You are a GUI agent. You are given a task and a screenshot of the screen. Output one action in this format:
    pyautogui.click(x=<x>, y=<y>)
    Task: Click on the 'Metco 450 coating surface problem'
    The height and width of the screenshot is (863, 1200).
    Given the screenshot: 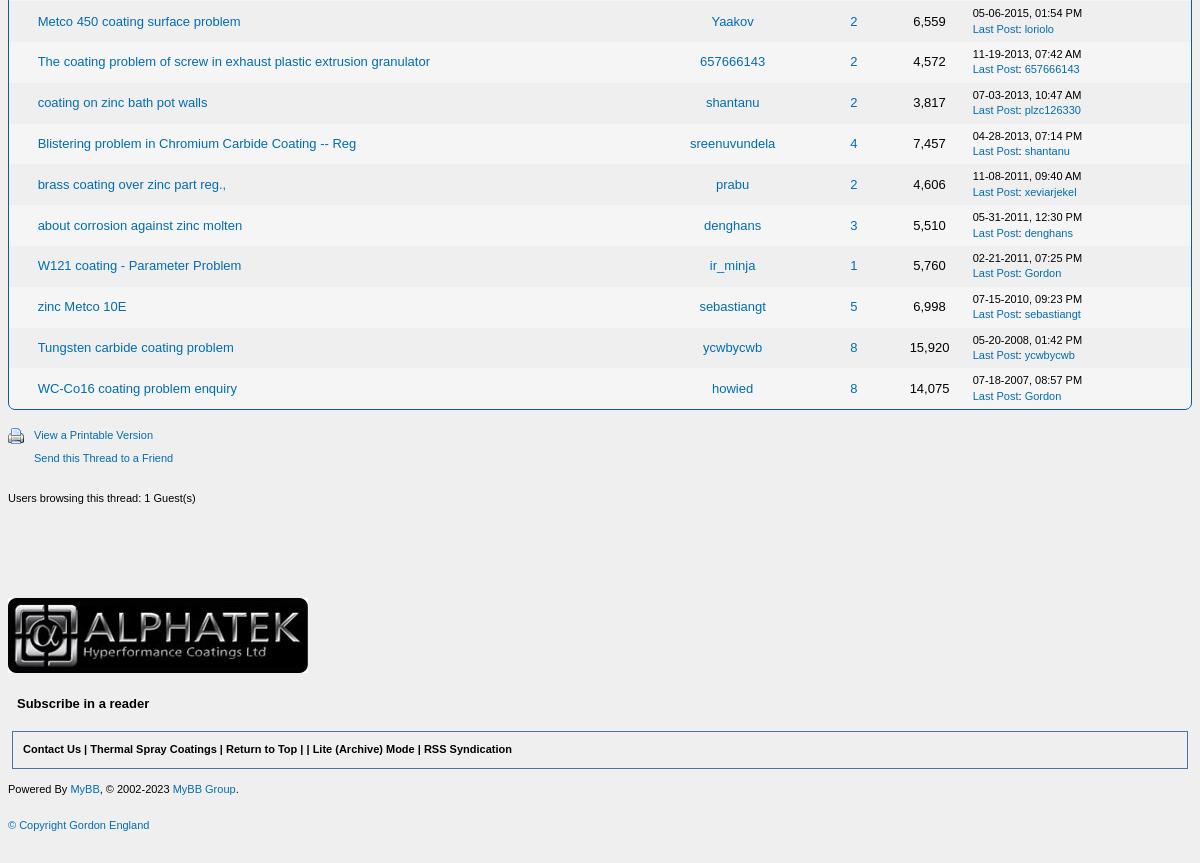 What is the action you would take?
    pyautogui.click(x=138, y=20)
    